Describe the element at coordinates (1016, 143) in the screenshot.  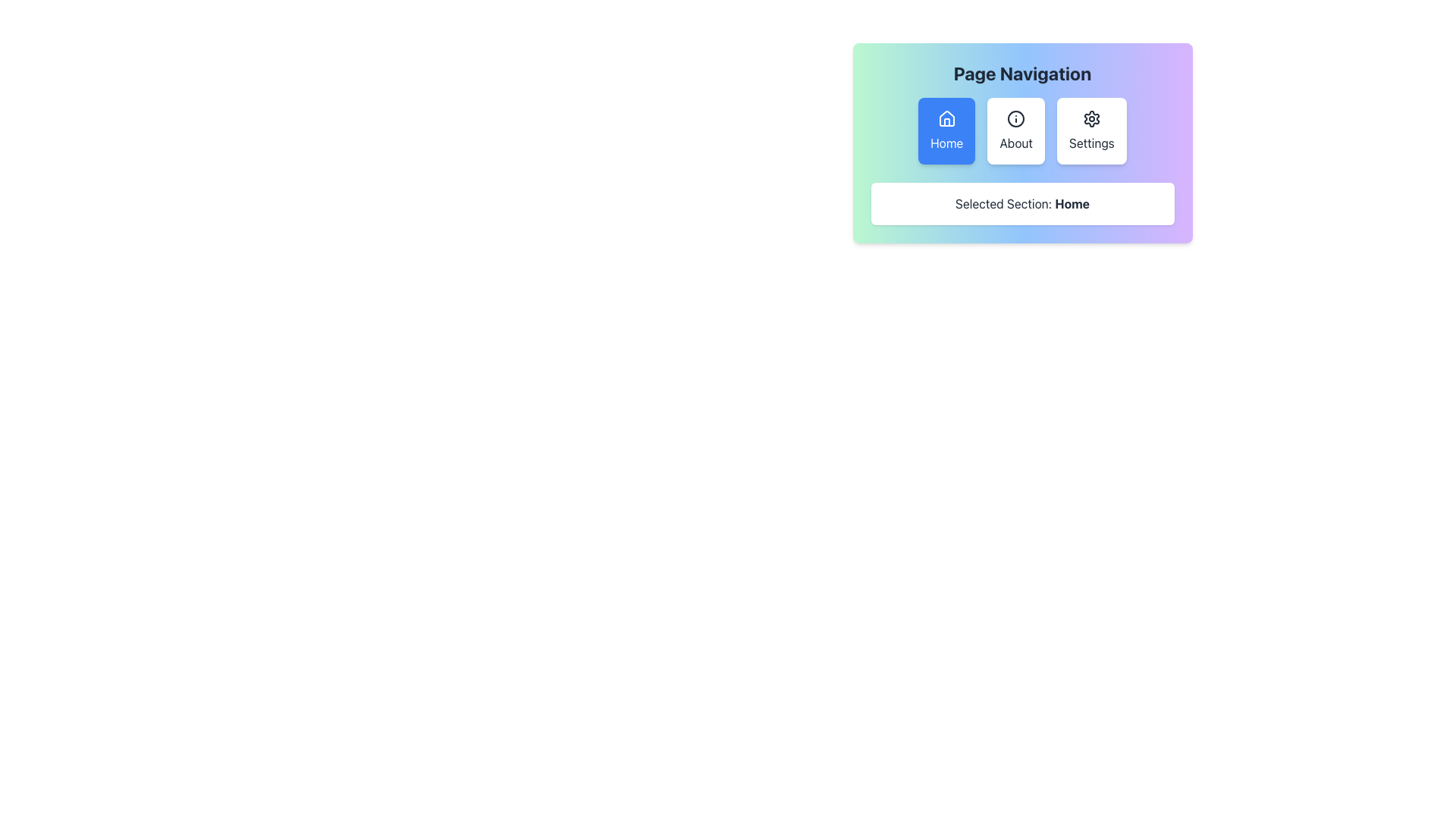
I see `the button containing the 'About' text label` at that location.